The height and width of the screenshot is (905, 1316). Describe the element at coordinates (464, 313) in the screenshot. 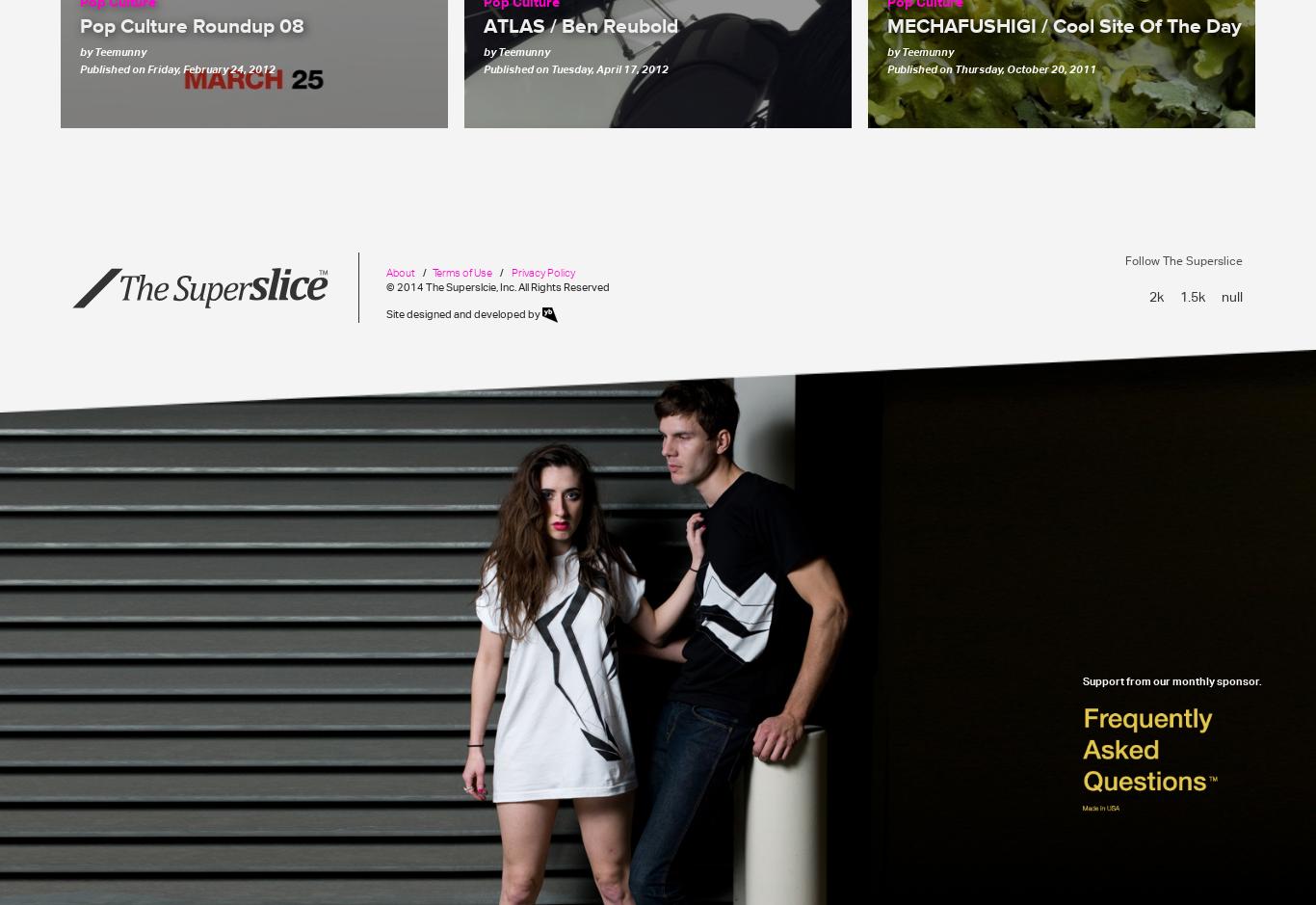

I see `'Site designed and developed by'` at that location.